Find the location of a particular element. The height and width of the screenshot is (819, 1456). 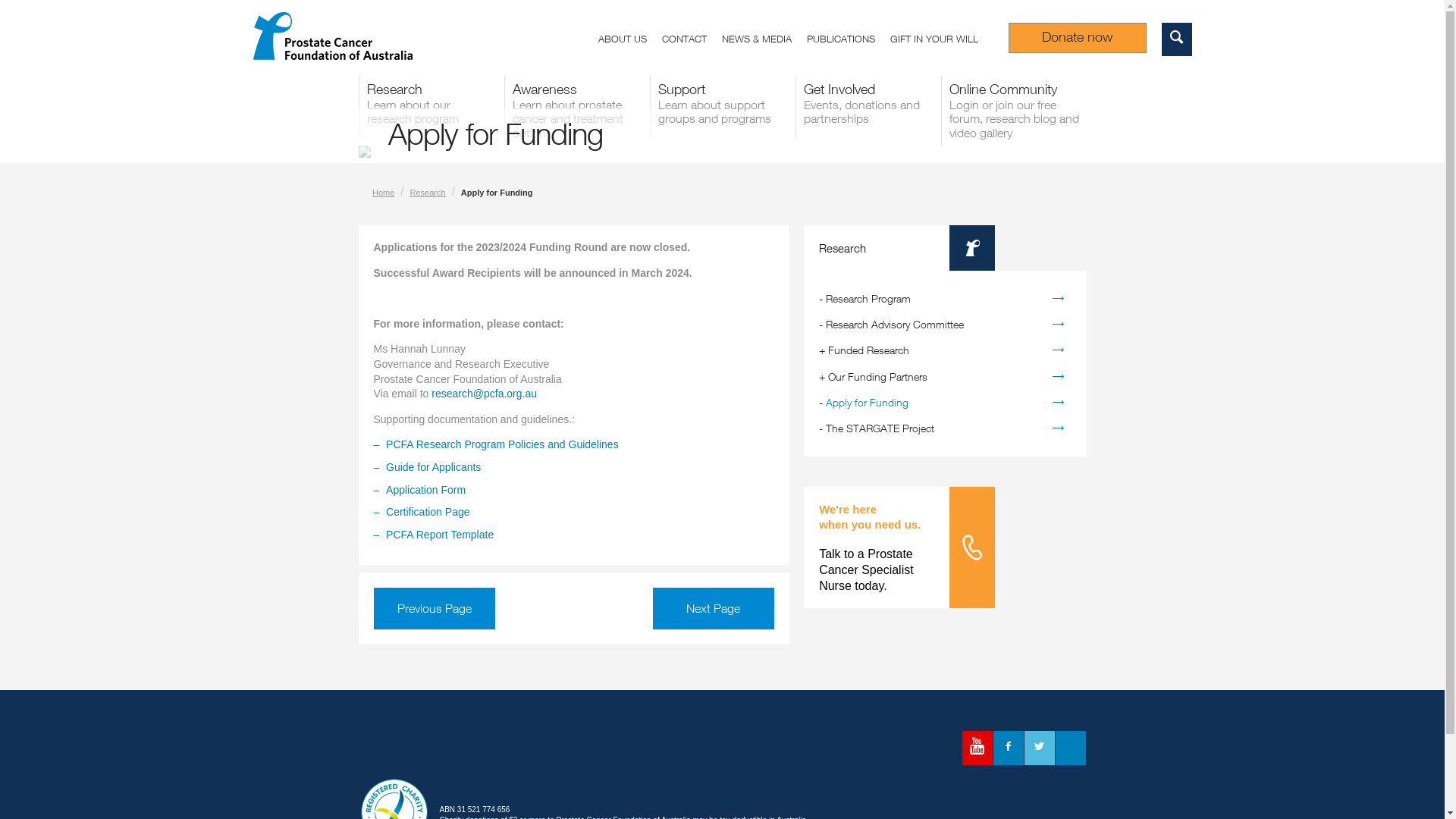

'Next Page' is located at coordinates (712, 607).